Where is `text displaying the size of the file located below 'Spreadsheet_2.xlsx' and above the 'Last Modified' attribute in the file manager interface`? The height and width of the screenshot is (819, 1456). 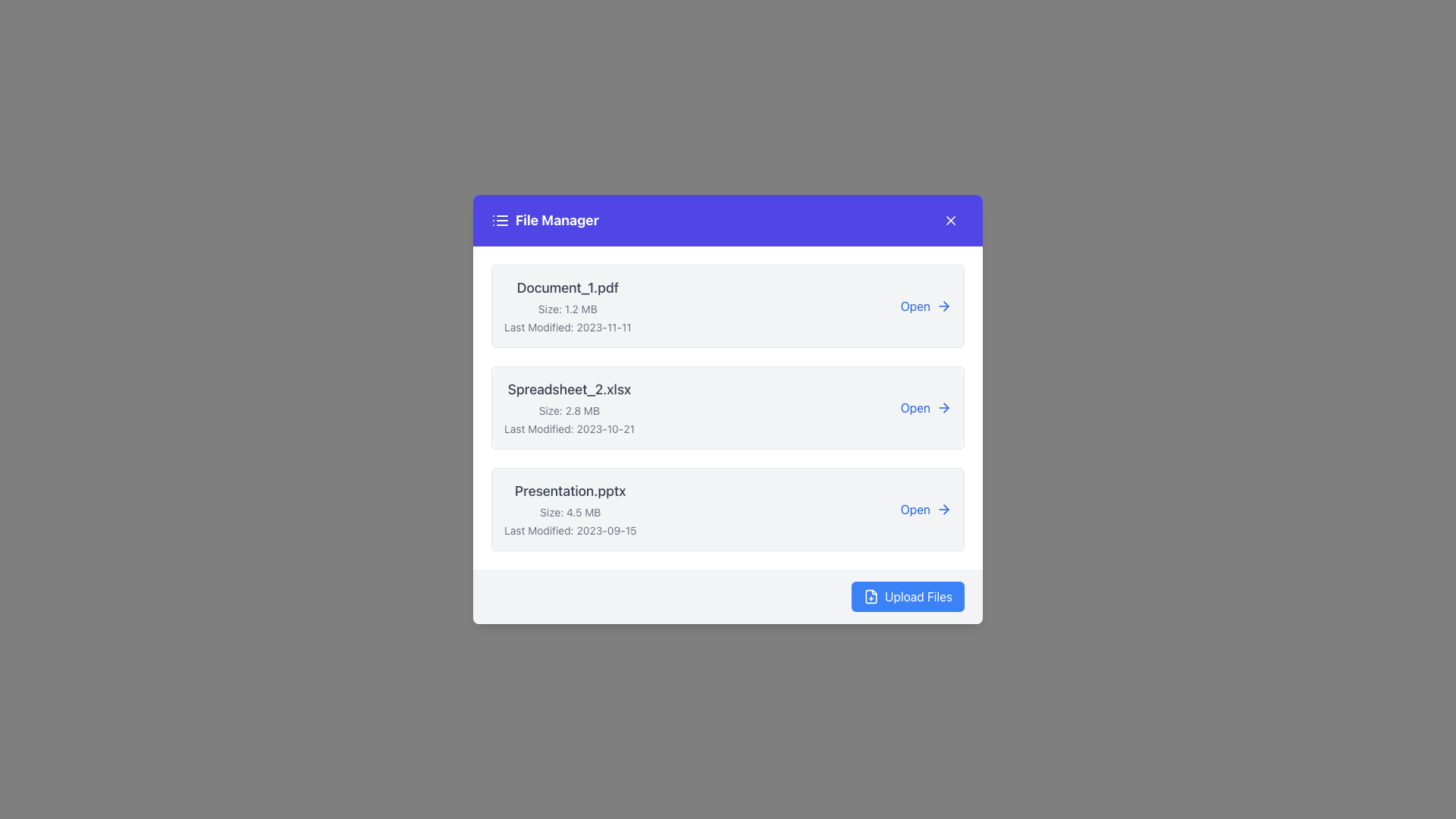
text displaying the size of the file located below 'Spreadsheet_2.xlsx' and above the 'Last Modified' attribute in the file manager interface is located at coordinates (568, 411).